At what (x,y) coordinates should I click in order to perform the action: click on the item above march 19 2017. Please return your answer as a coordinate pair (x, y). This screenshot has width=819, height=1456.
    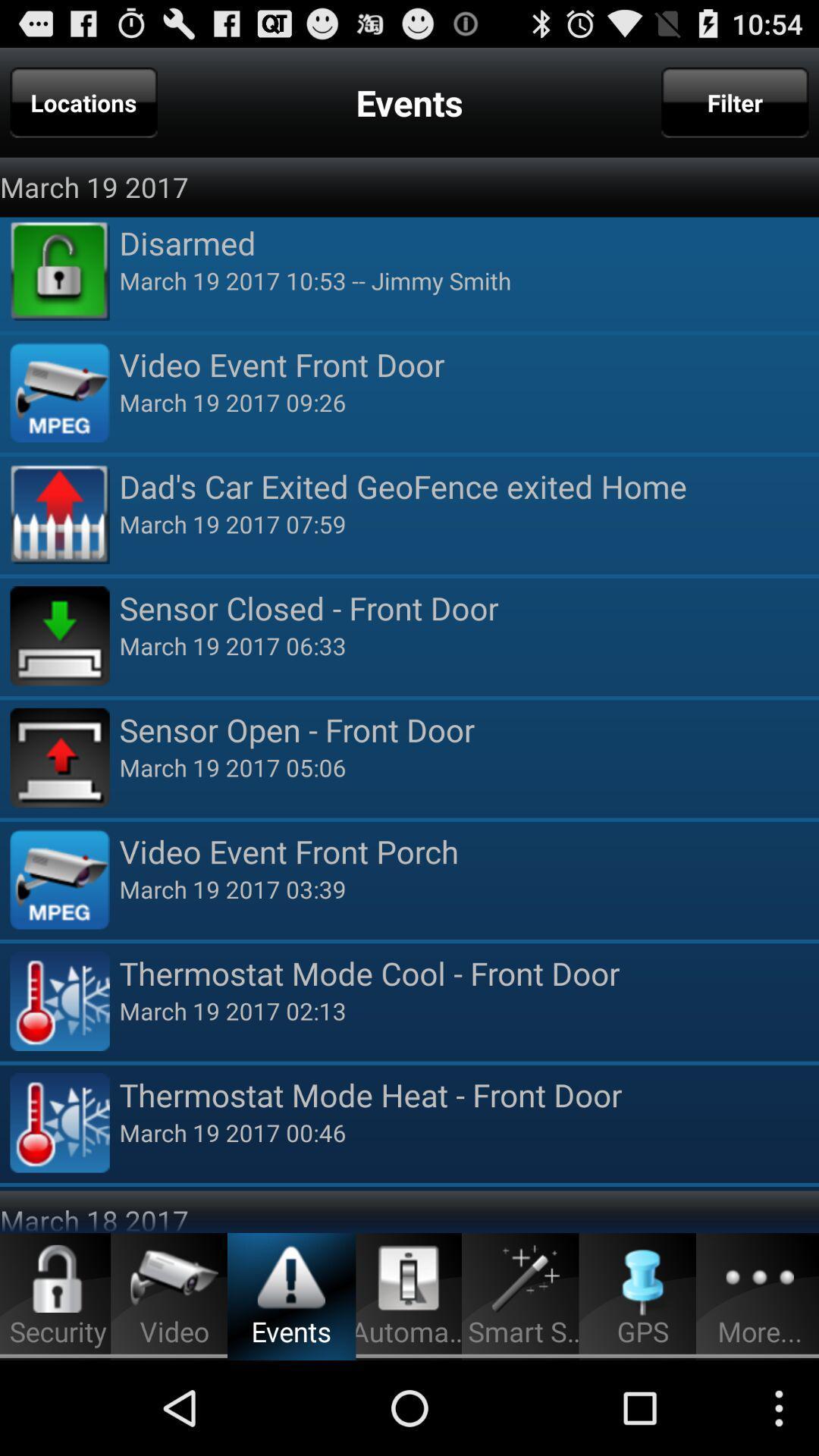
    Looking at the image, I should click on (83, 102).